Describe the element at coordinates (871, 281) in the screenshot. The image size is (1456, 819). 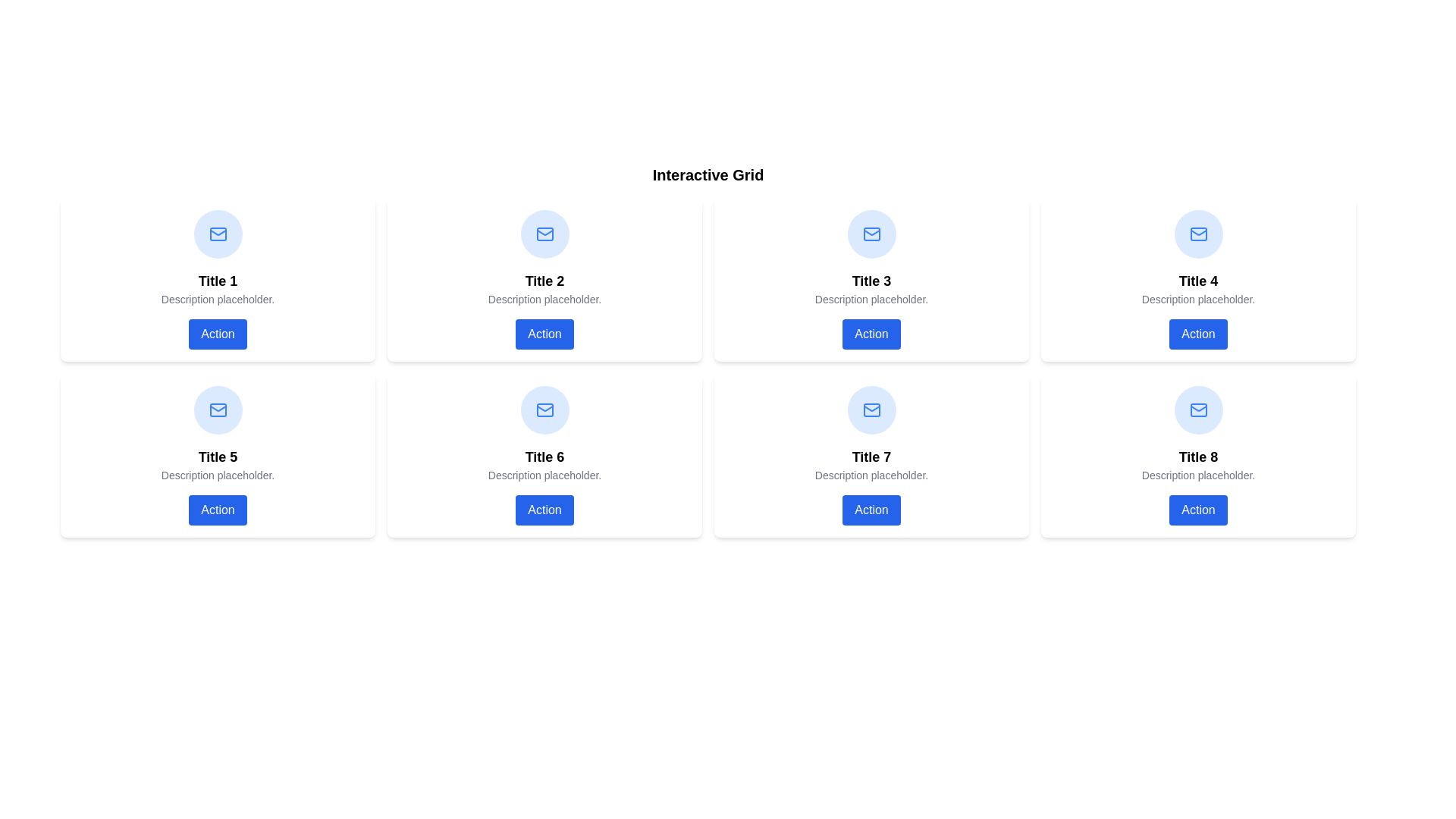
I see `text of the title element located in the third card of the top row in the grid layout, which serves as a primary identifier for the card's content` at that location.